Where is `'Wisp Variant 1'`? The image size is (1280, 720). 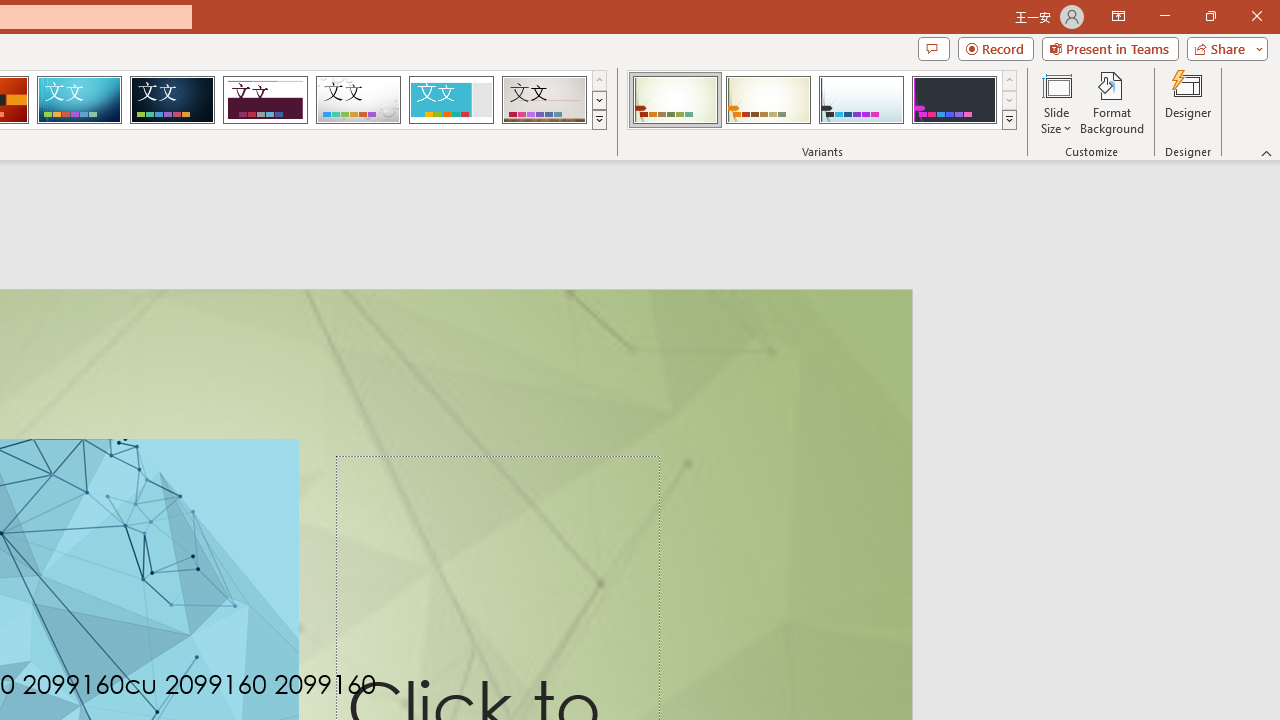
'Wisp Variant 1' is located at coordinates (675, 100).